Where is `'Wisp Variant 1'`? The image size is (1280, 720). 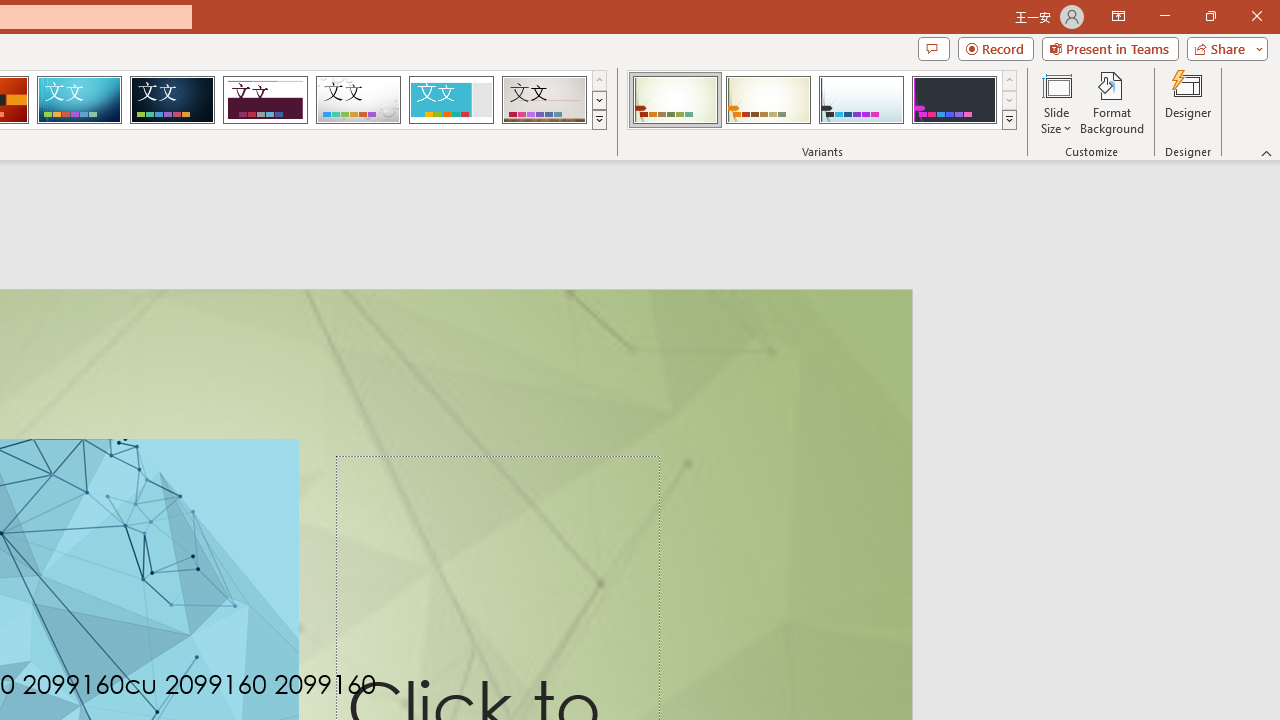
'Wisp Variant 1' is located at coordinates (675, 100).